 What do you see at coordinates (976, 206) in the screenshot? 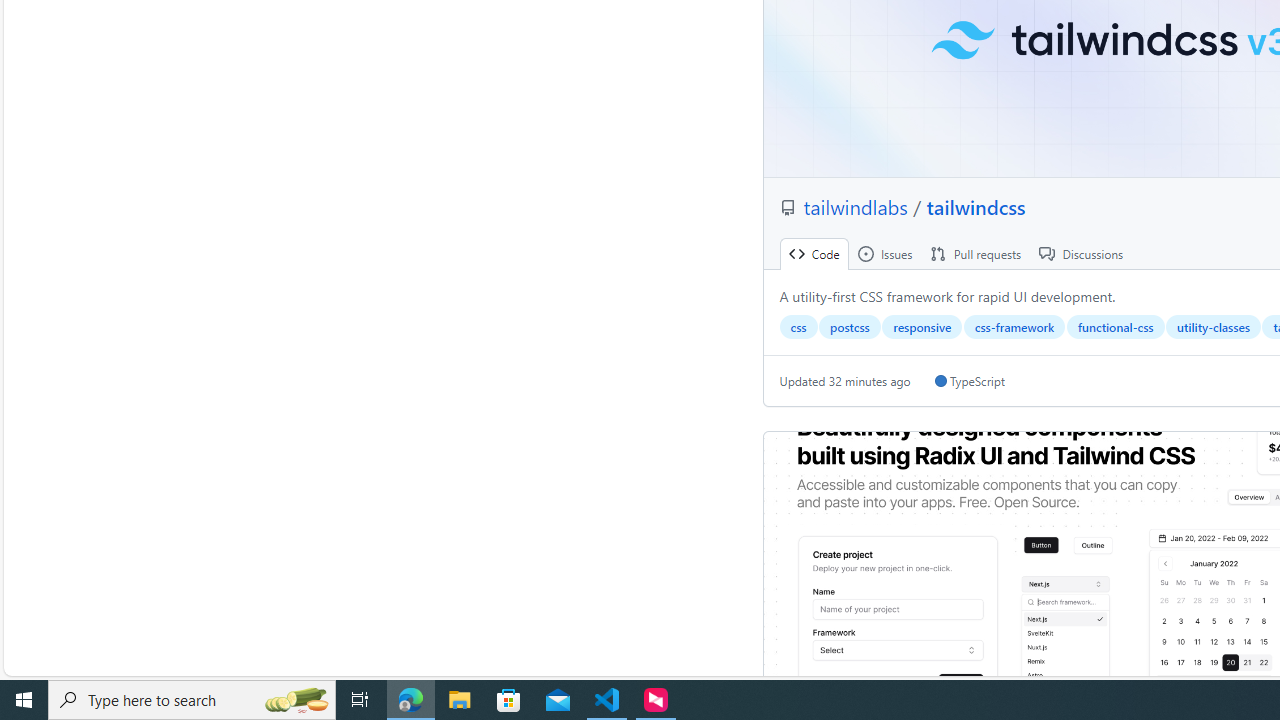
I see `'tailwindcss'` at bounding box center [976, 206].